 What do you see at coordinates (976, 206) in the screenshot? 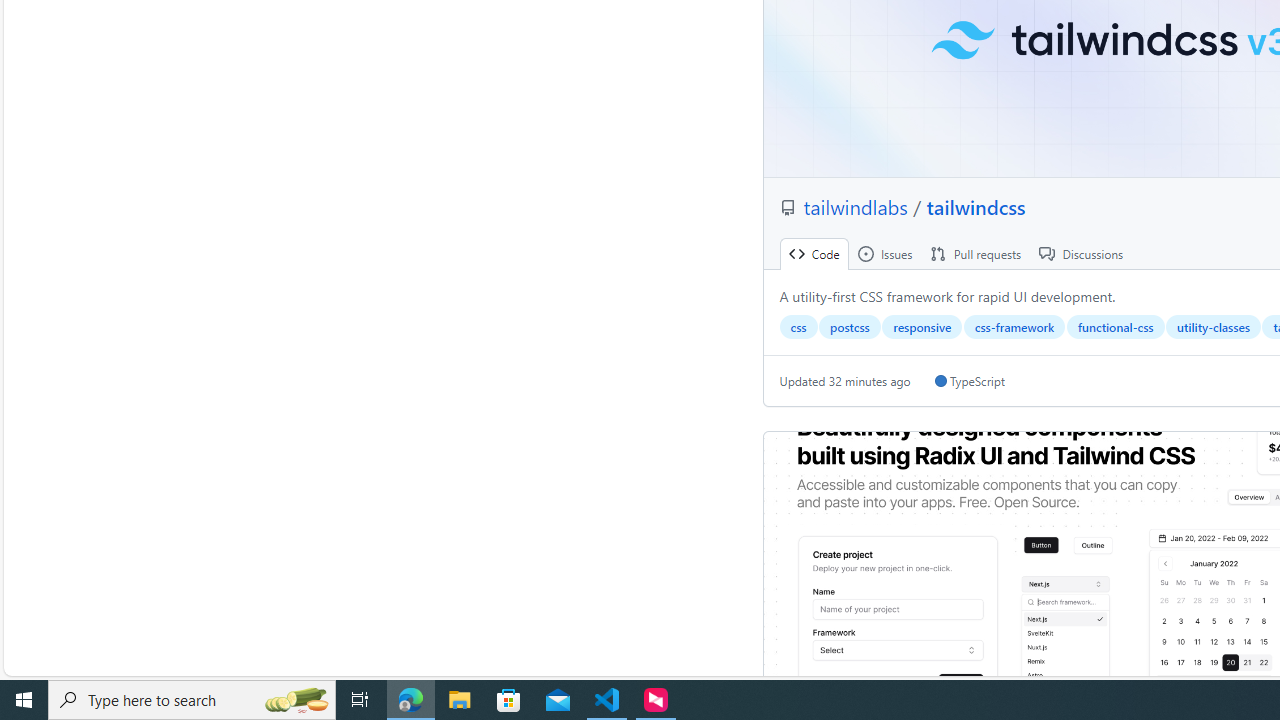
I see `'tailwindcss'` at bounding box center [976, 206].